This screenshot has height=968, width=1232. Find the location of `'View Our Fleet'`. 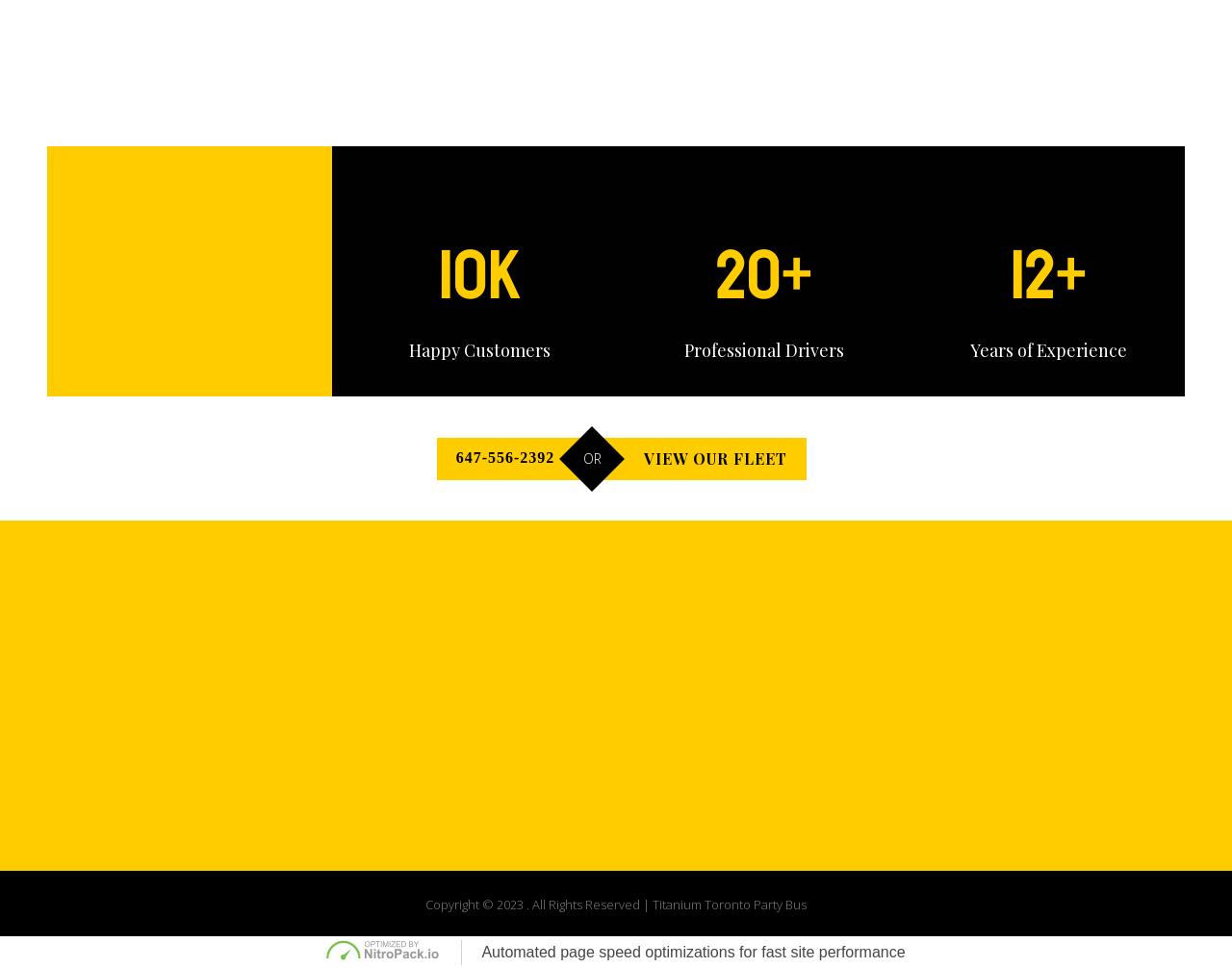

'View Our Fleet' is located at coordinates (839, 579).